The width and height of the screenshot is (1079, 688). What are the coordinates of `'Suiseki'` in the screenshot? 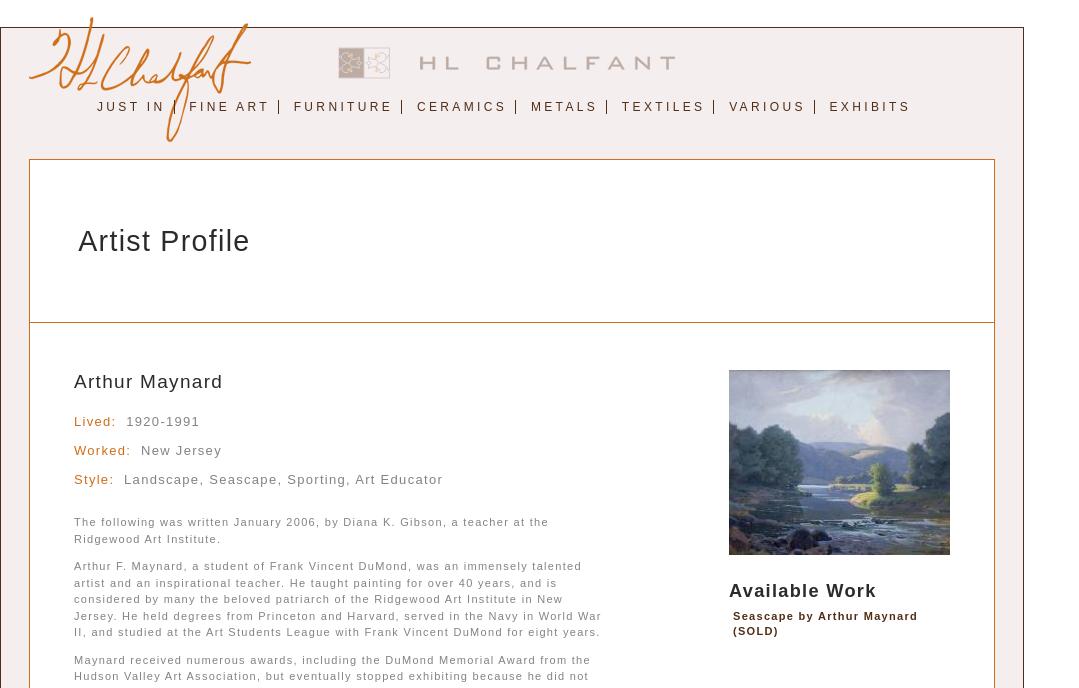 It's located at (766, 169).